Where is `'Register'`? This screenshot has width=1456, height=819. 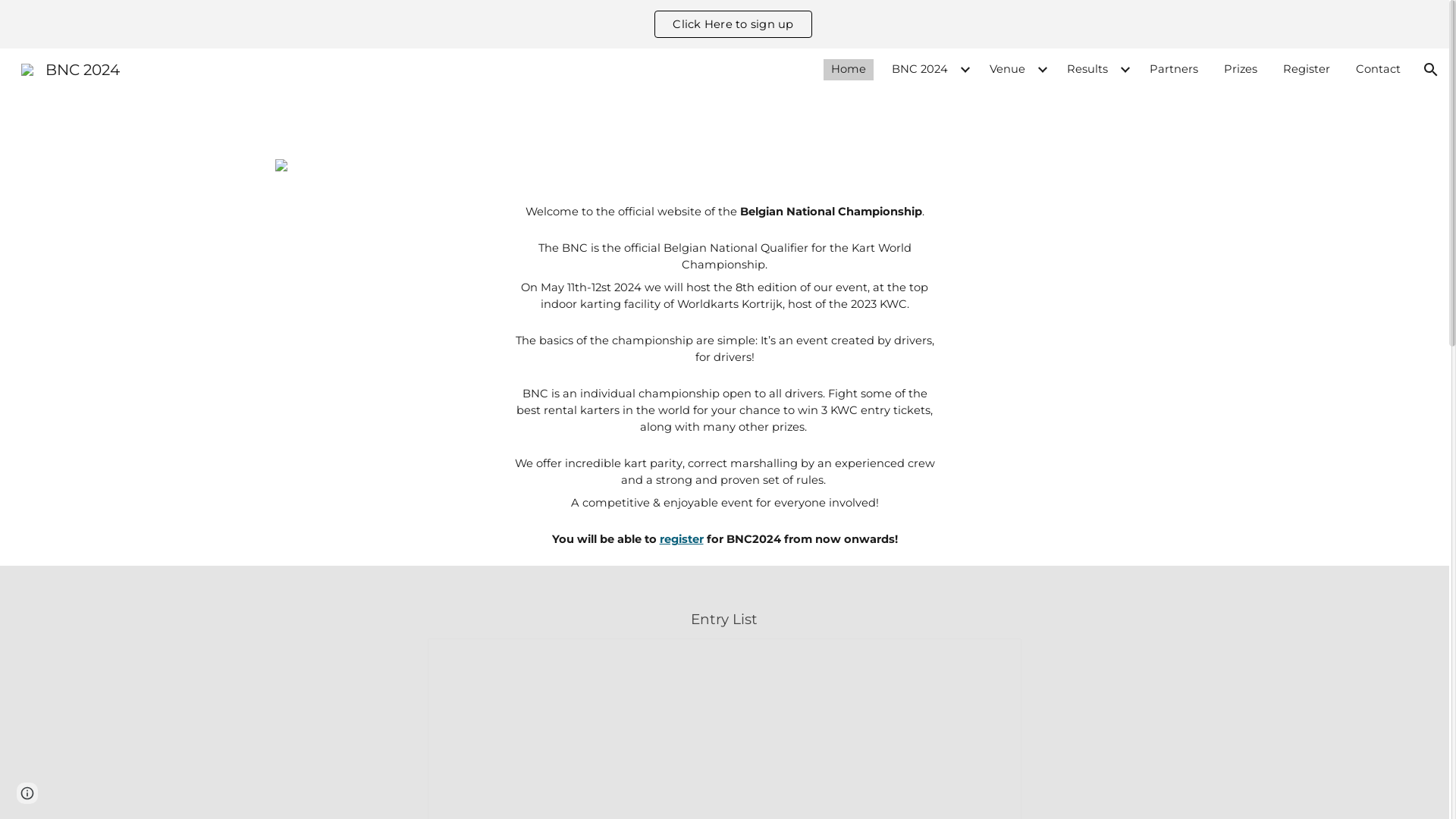
'Register' is located at coordinates (1306, 70).